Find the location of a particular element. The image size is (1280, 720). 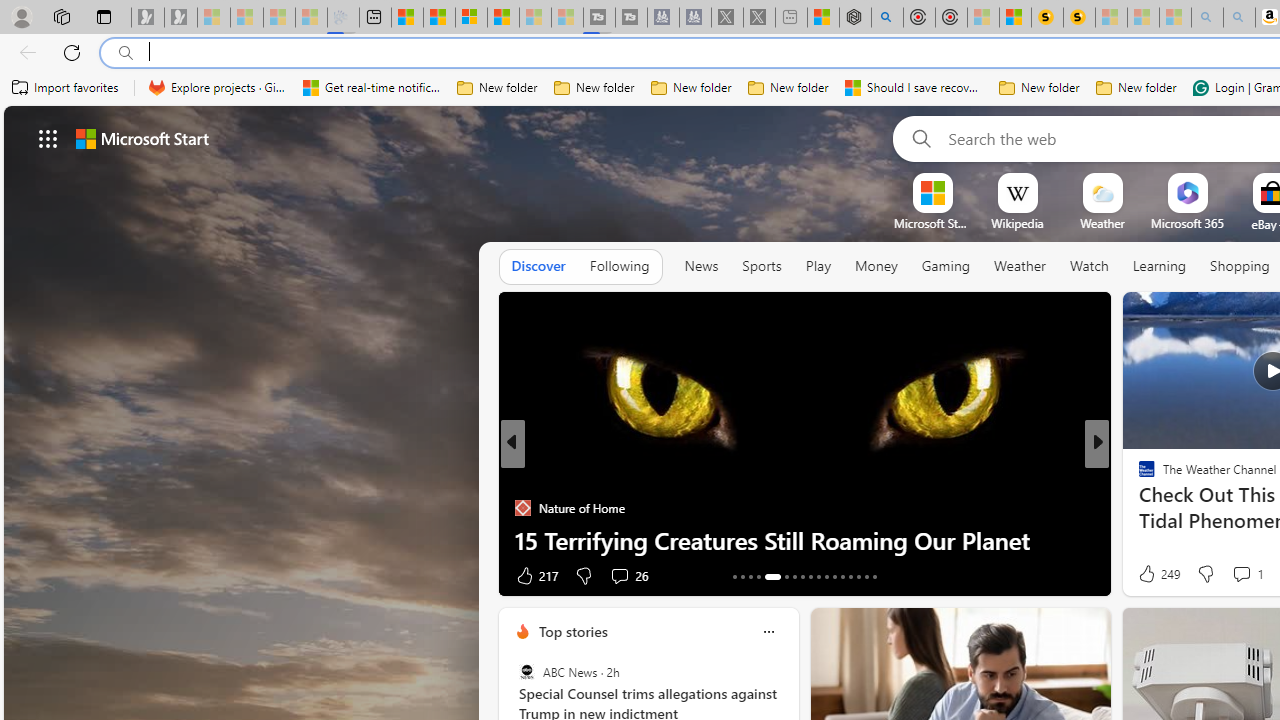

'The Independent' is located at coordinates (1138, 475).